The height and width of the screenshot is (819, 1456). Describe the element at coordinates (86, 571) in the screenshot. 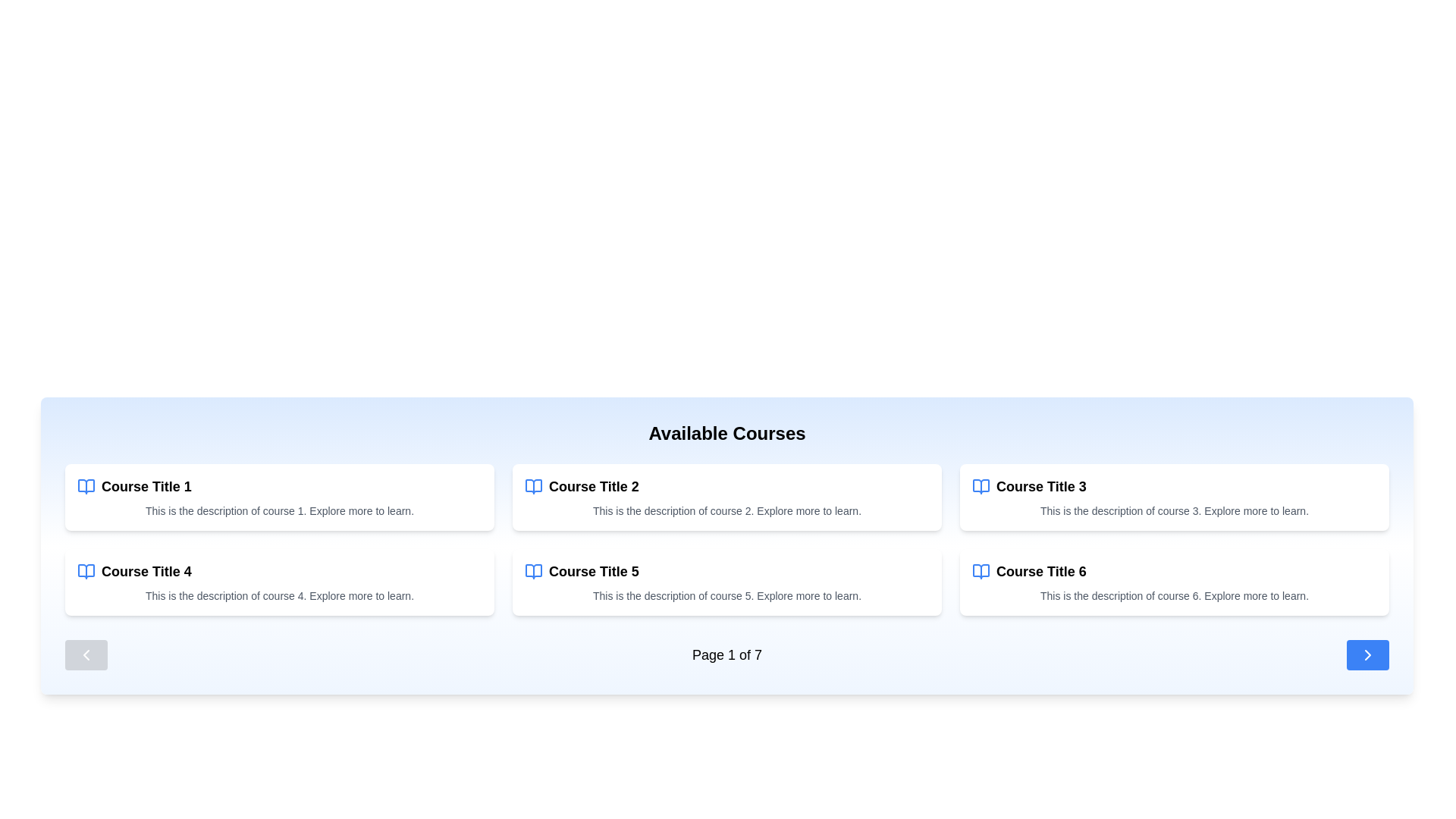

I see `the course icon located at the leftmost position of the fourth course card, next to the text 'Course Title 4'` at that location.